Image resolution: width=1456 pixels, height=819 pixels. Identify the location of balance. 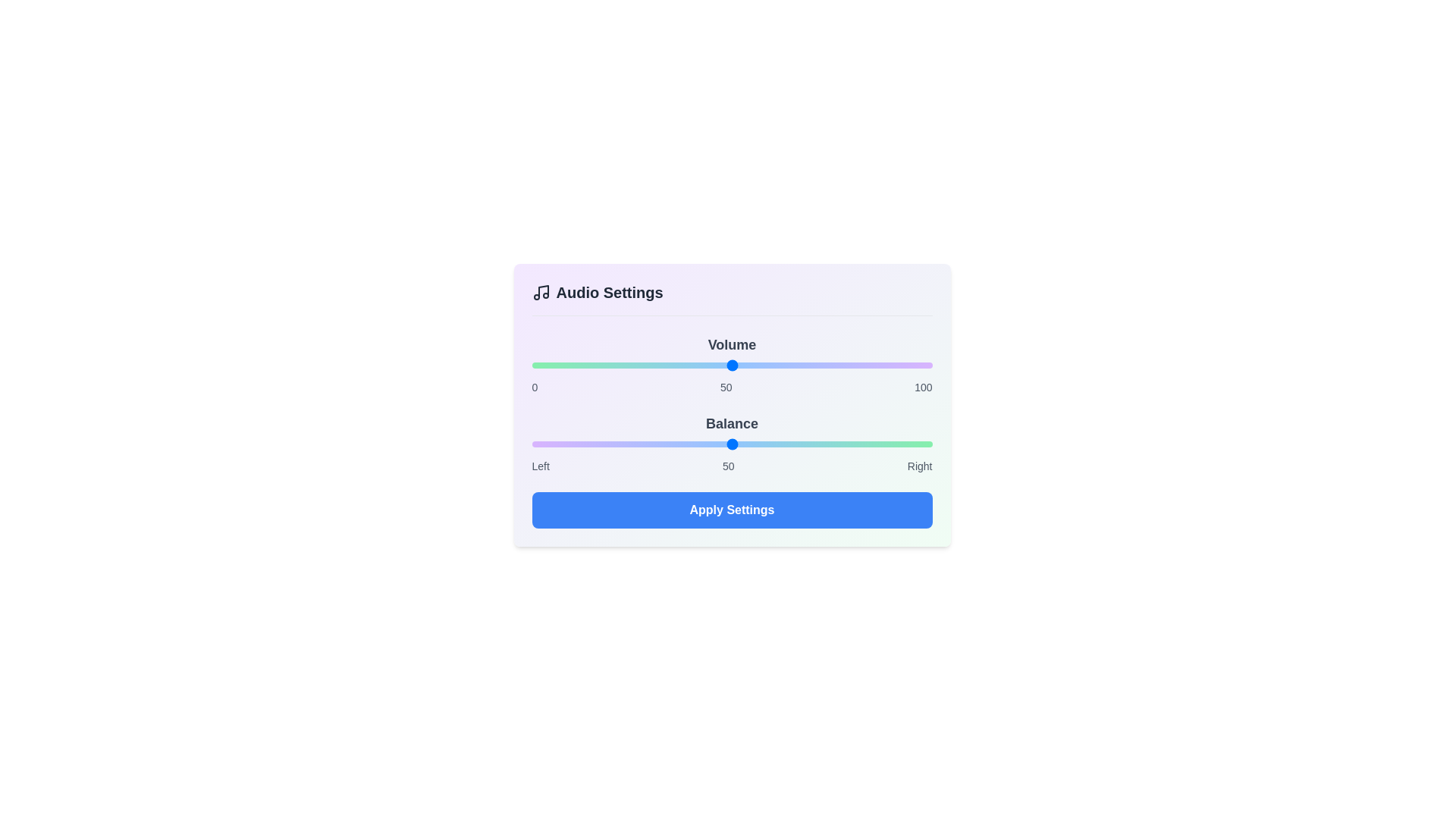
(540, 444).